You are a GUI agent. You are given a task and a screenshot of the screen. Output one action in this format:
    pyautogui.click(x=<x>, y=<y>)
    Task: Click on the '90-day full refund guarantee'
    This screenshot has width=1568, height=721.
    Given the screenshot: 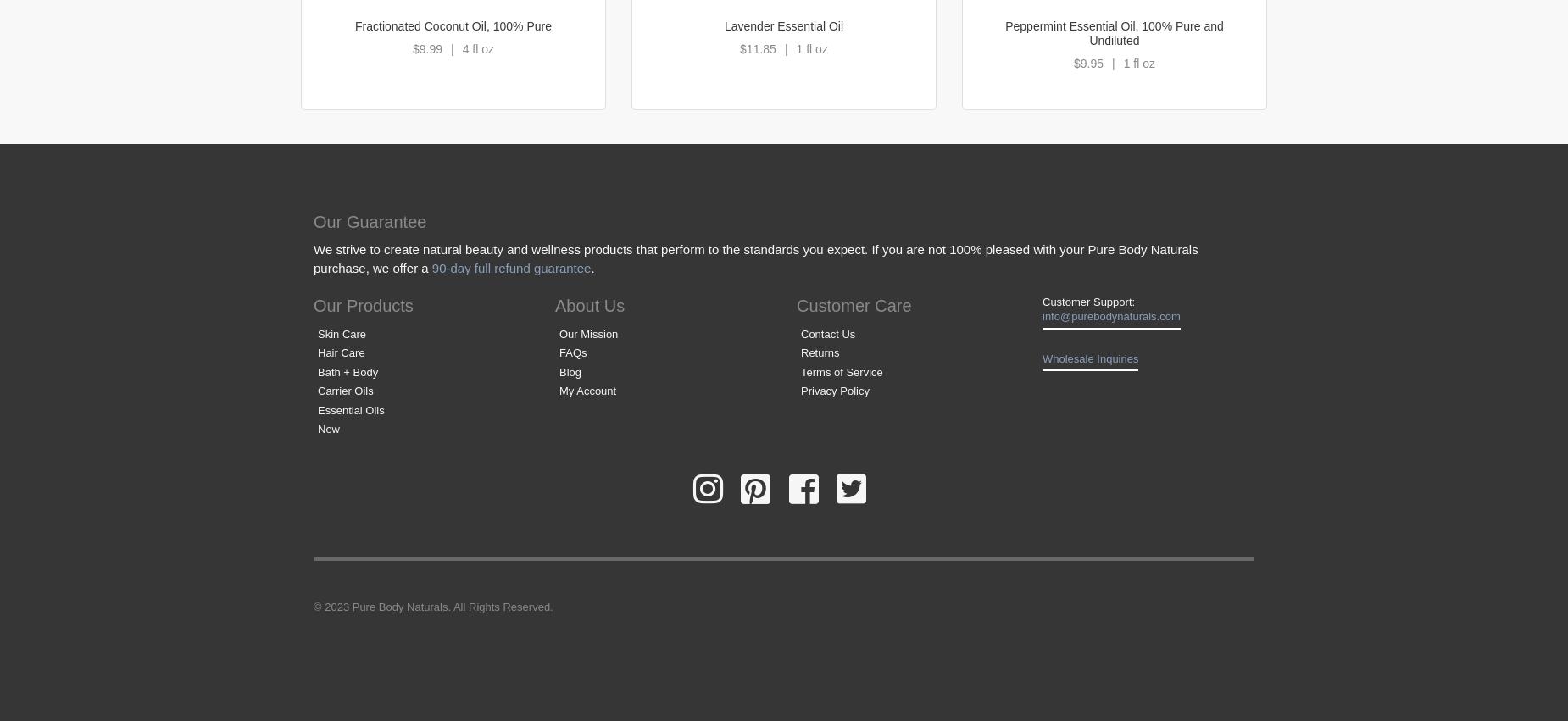 What is the action you would take?
    pyautogui.click(x=510, y=267)
    